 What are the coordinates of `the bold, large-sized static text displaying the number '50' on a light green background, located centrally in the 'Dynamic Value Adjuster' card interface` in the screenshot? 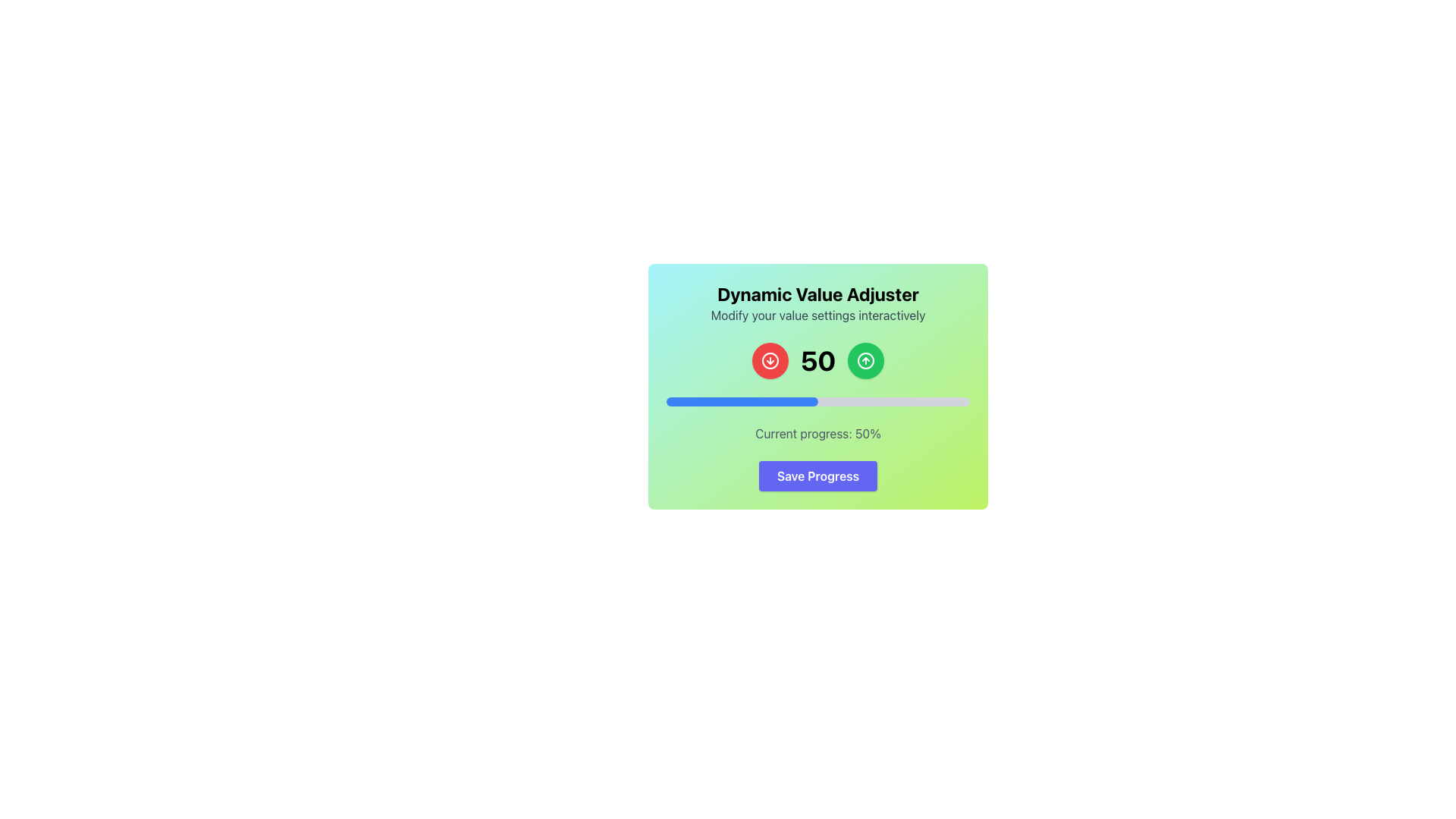 It's located at (817, 360).